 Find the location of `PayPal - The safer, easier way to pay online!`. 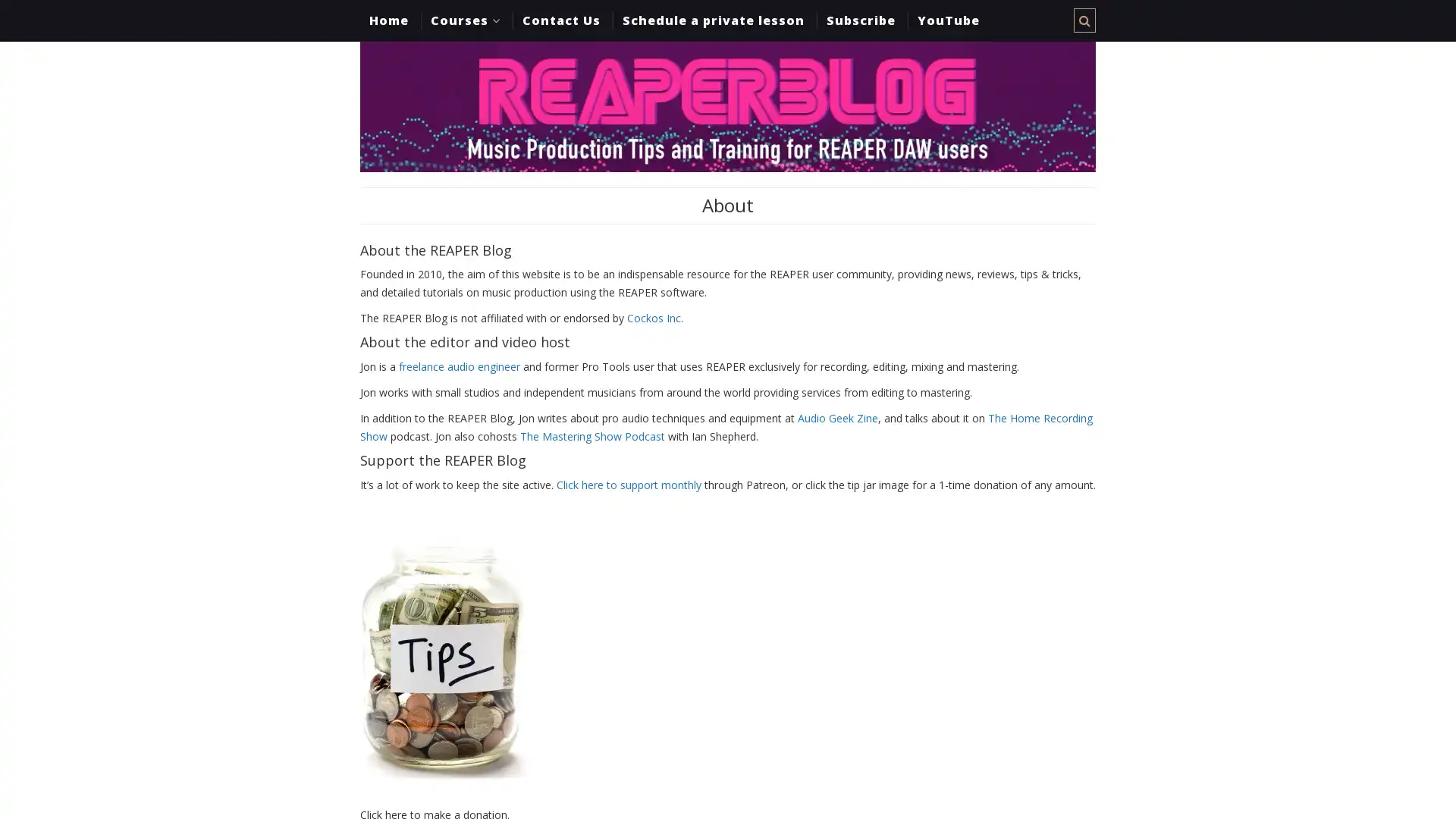

PayPal - The safer, easier way to pay online! is located at coordinates (442, 660).